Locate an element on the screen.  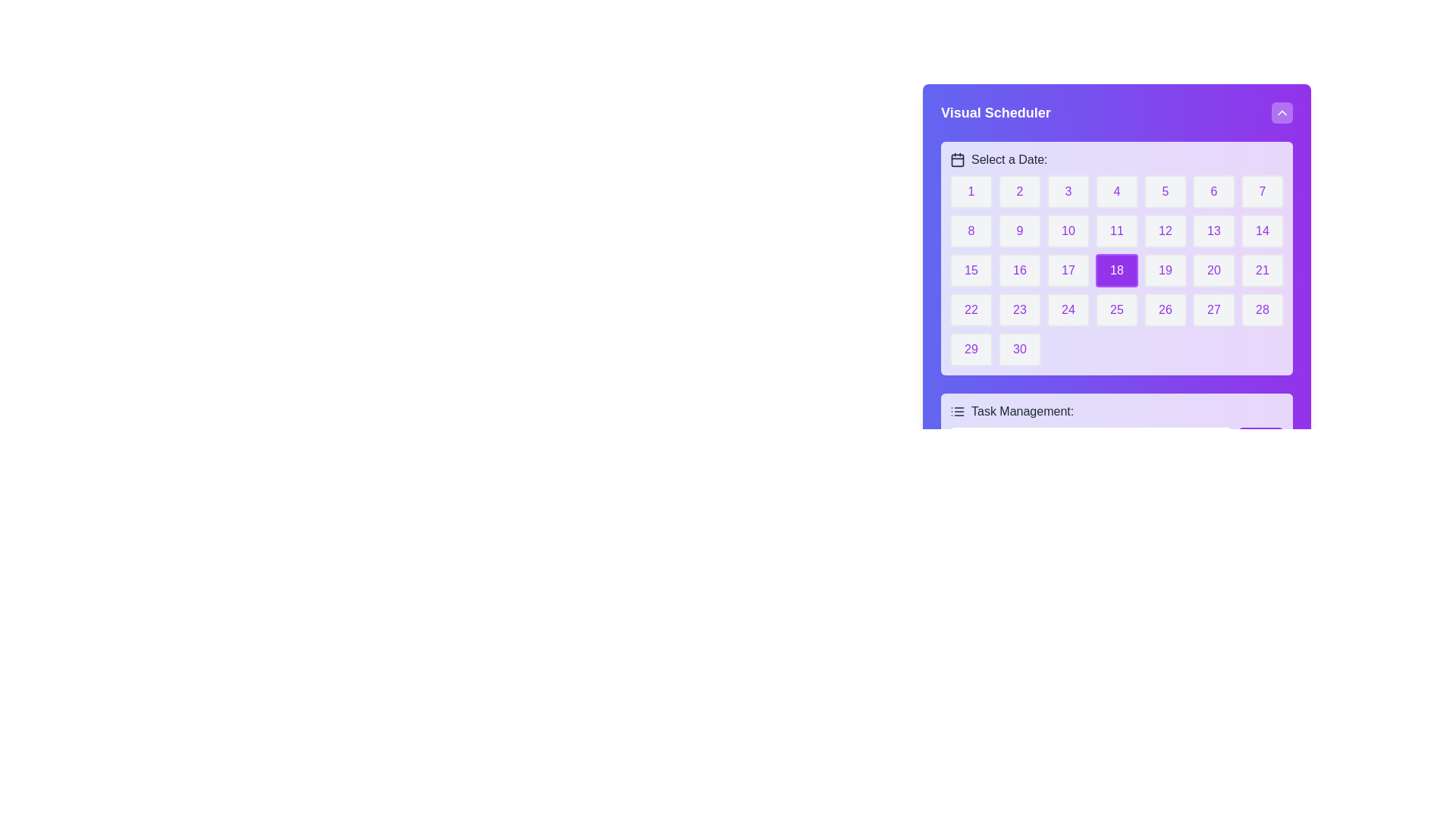
the square-shaped button with rounded corners, styled in light gray with a purple border, containing the number '2' in purple text is located at coordinates (1019, 191).